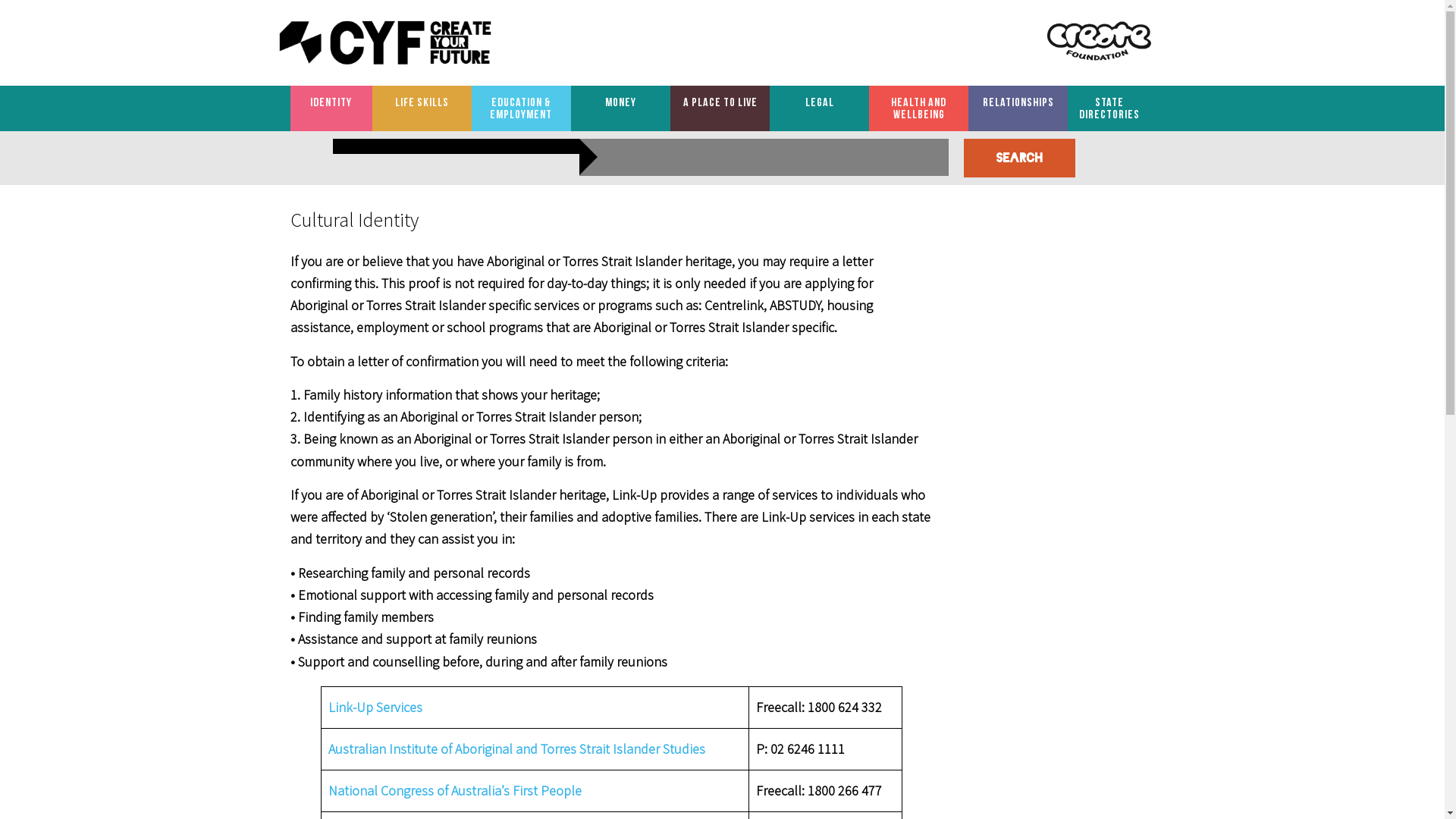 Image resolution: width=1456 pixels, height=819 pixels. Describe the element at coordinates (1019, 158) in the screenshot. I see `'Search'` at that location.